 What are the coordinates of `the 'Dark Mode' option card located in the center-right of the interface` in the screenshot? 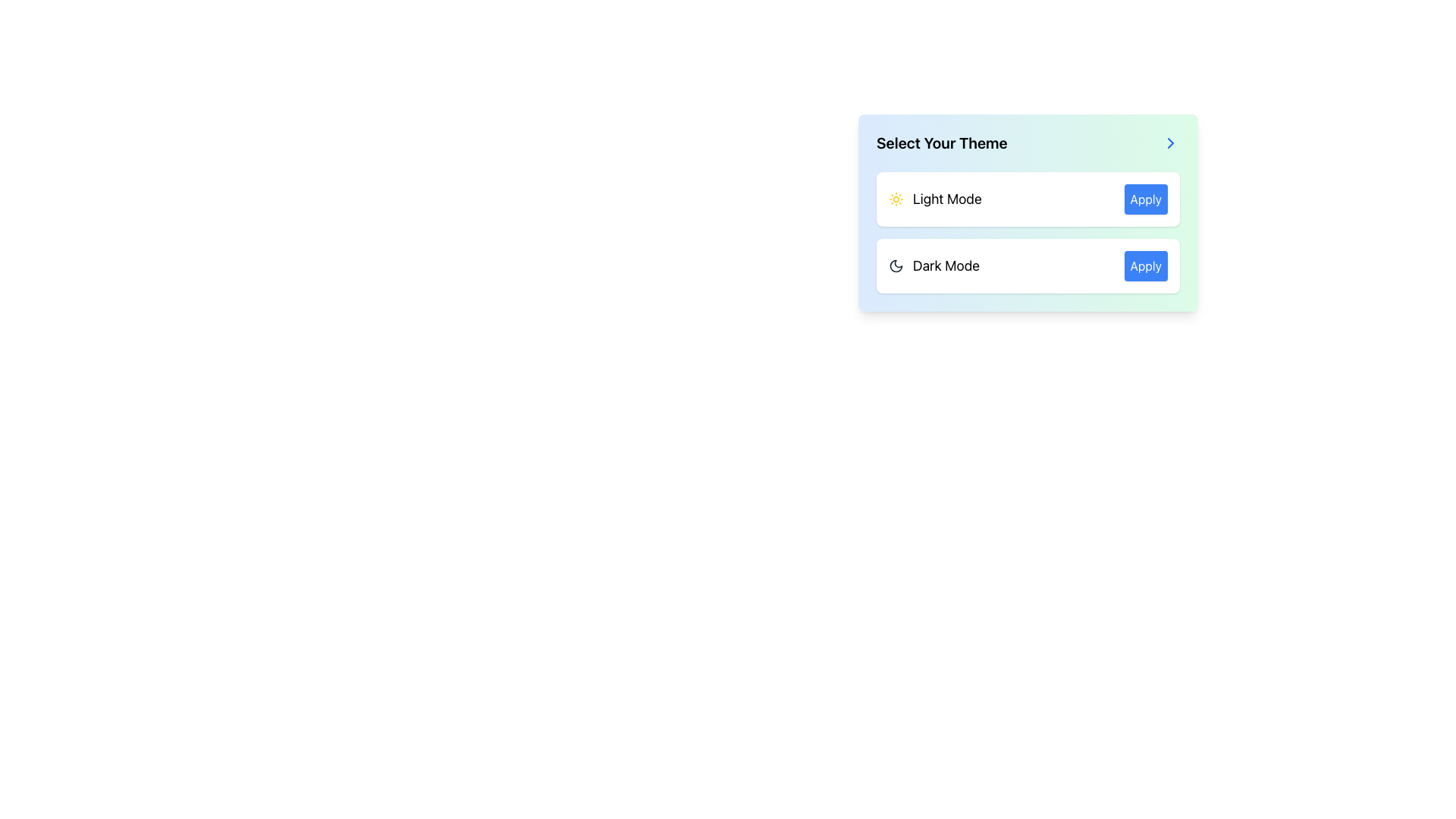 It's located at (1028, 245).